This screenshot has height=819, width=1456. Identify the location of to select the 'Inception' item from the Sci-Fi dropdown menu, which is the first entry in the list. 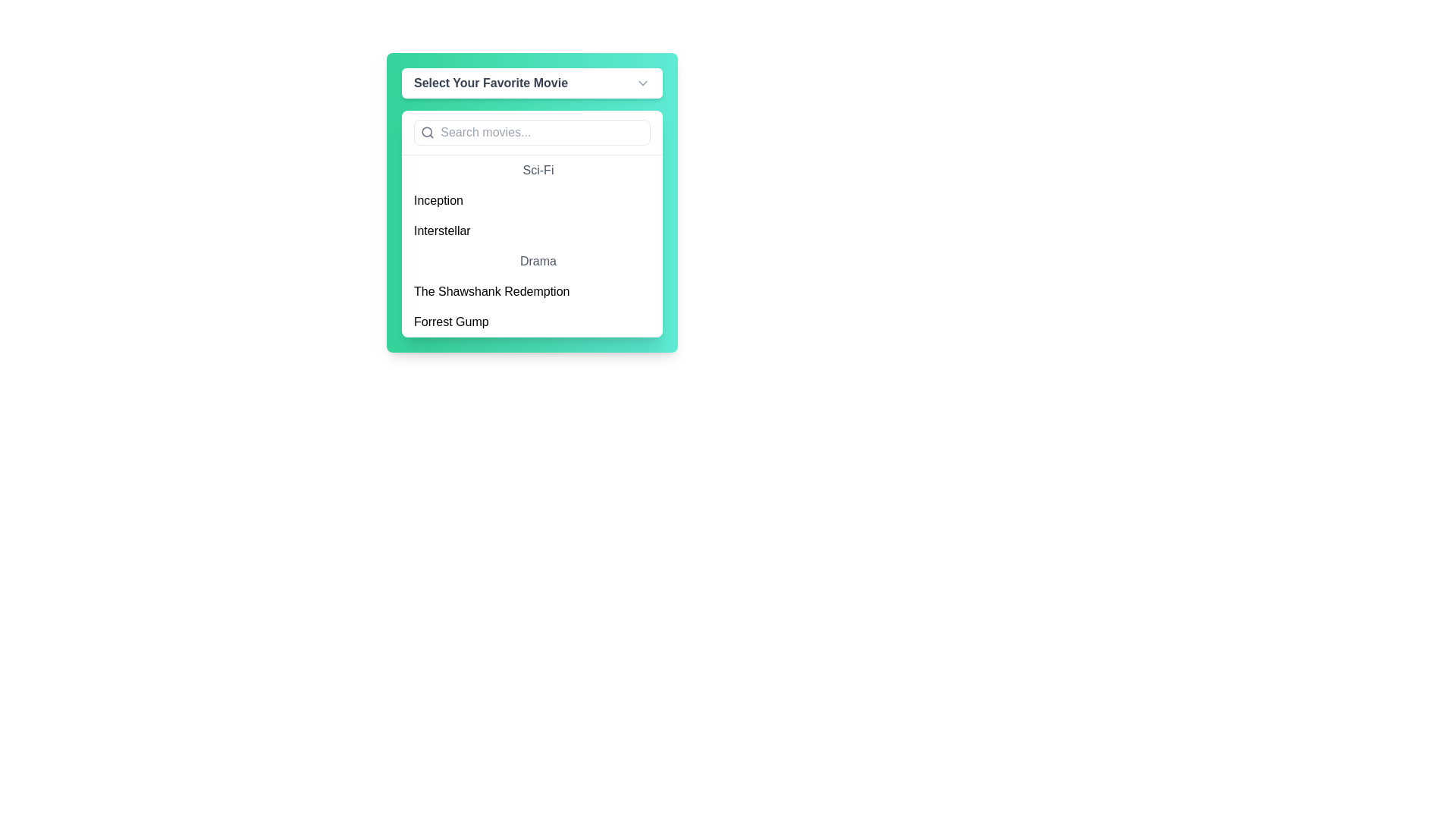
(532, 200).